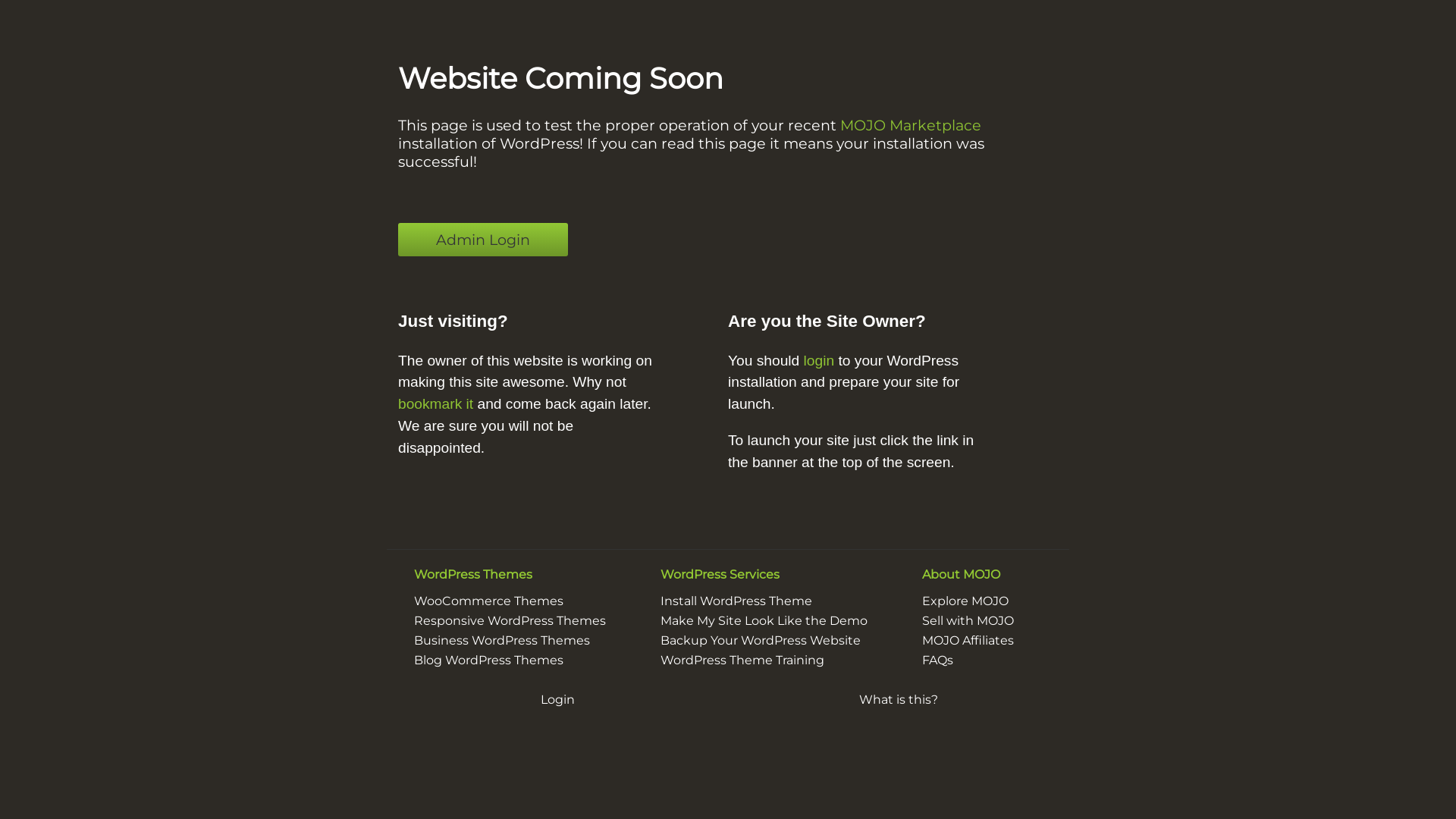 The image size is (1456, 819). I want to click on 'What is this?', so click(899, 699).